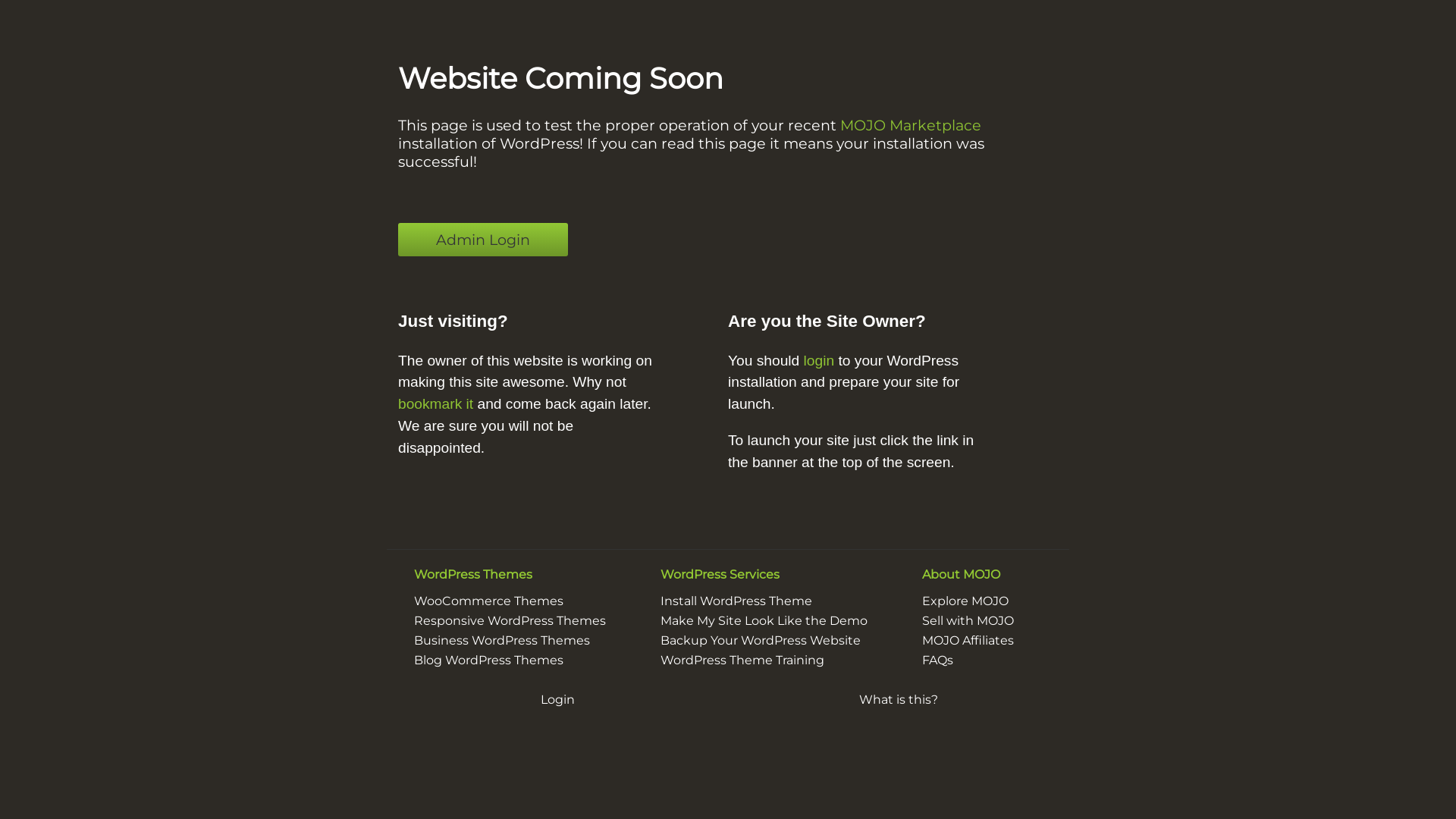 The image size is (1456, 819). I want to click on 'What is this?', so click(899, 699).